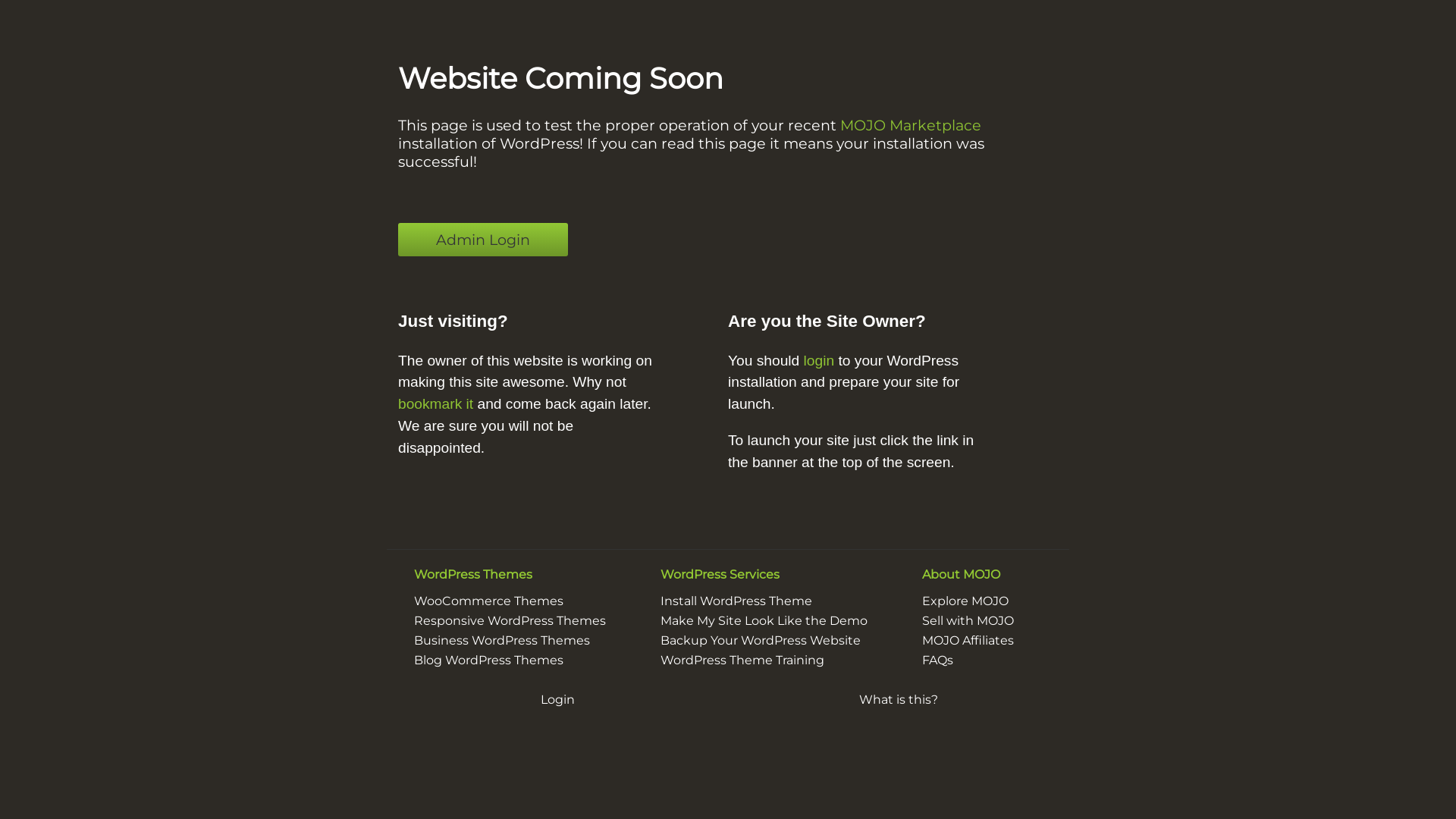 The image size is (1456, 819). I want to click on 'What is this?', so click(899, 699).